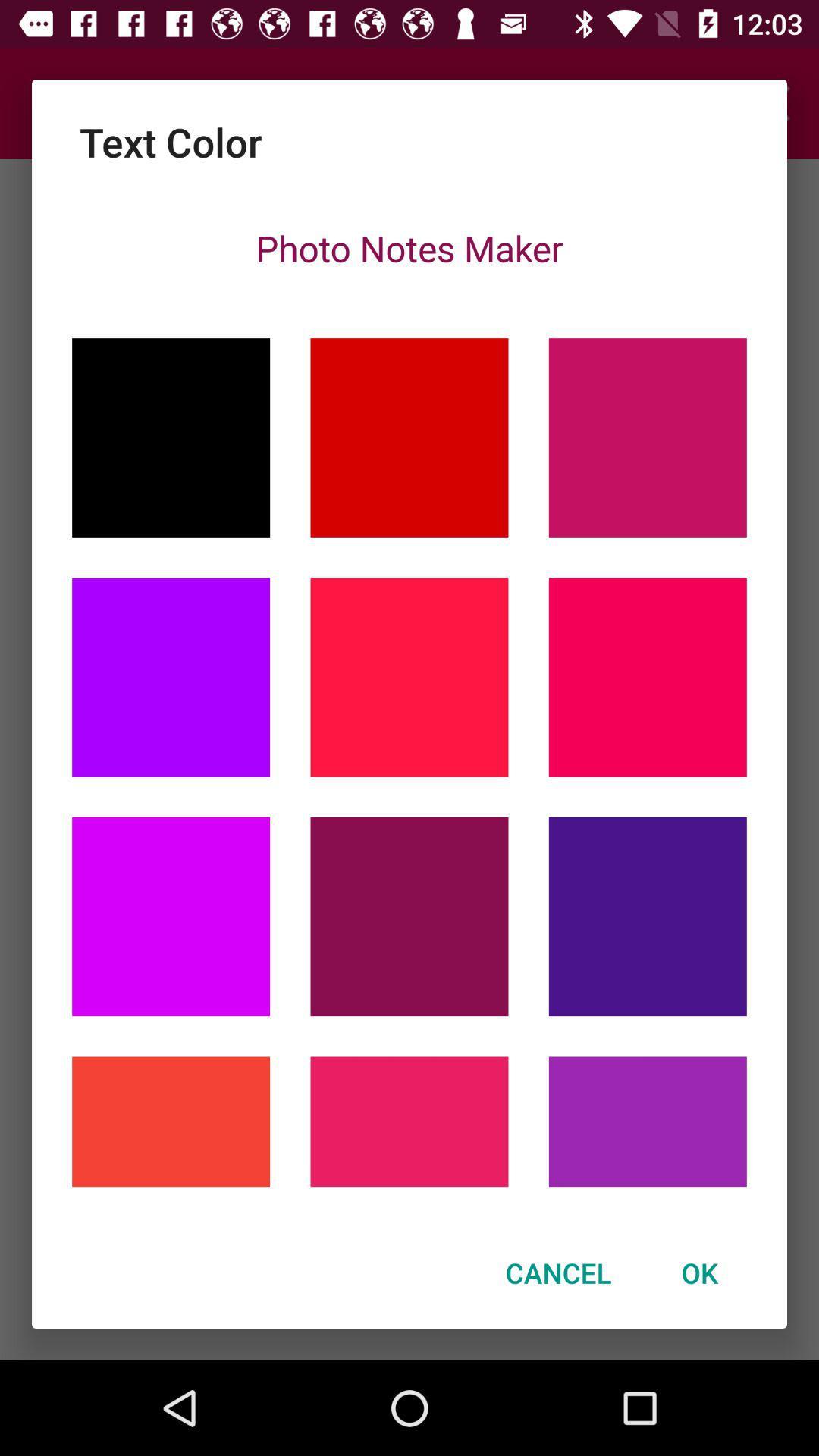 The image size is (819, 1456). Describe the element at coordinates (558, 1272) in the screenshot. I see `the icon to the left of ok icon` at that location.